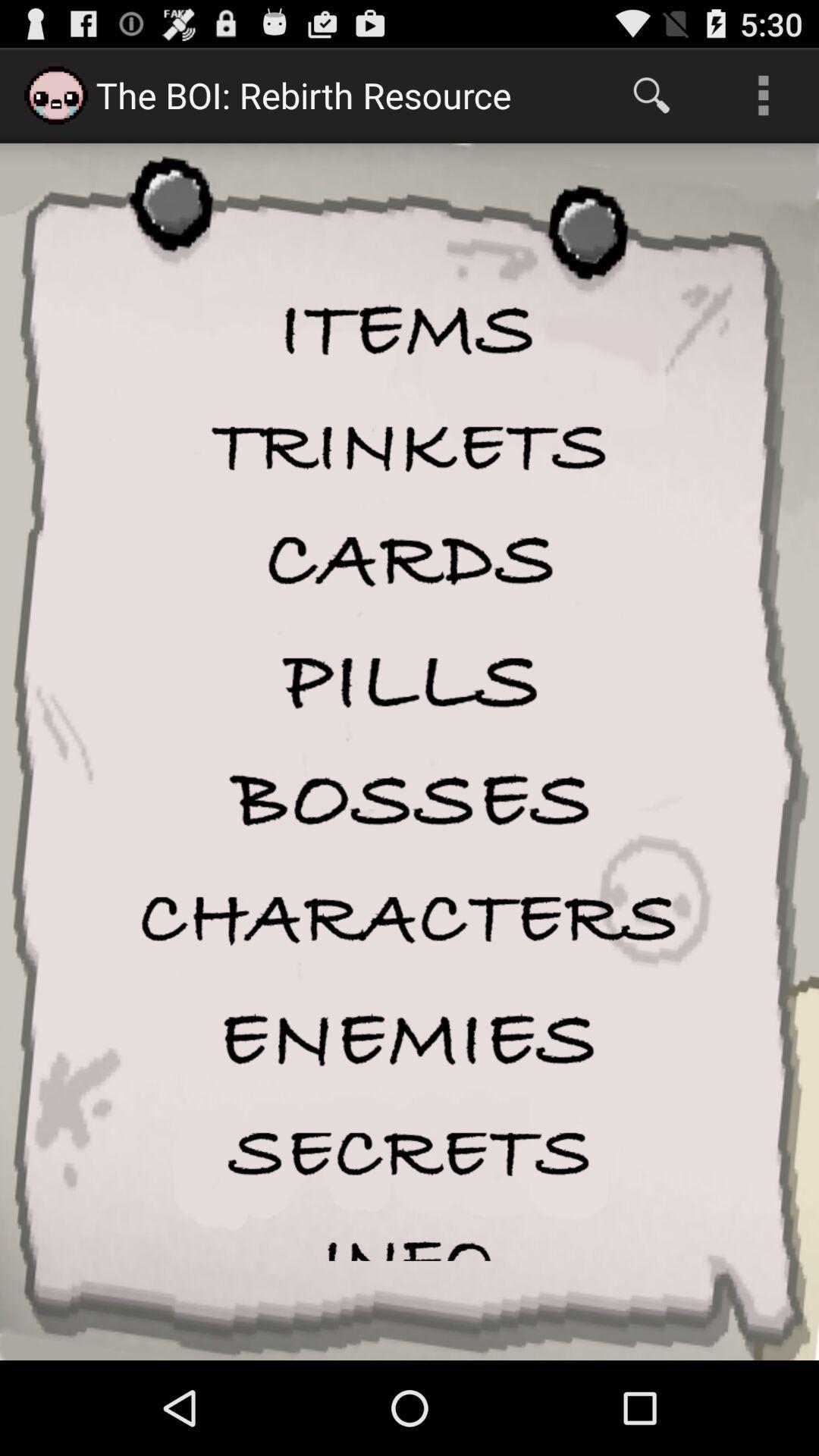 The image size is (819, 1456). Describe the element at coordinates (409, 1153) in the screenshot. I see `secrets` at that location.